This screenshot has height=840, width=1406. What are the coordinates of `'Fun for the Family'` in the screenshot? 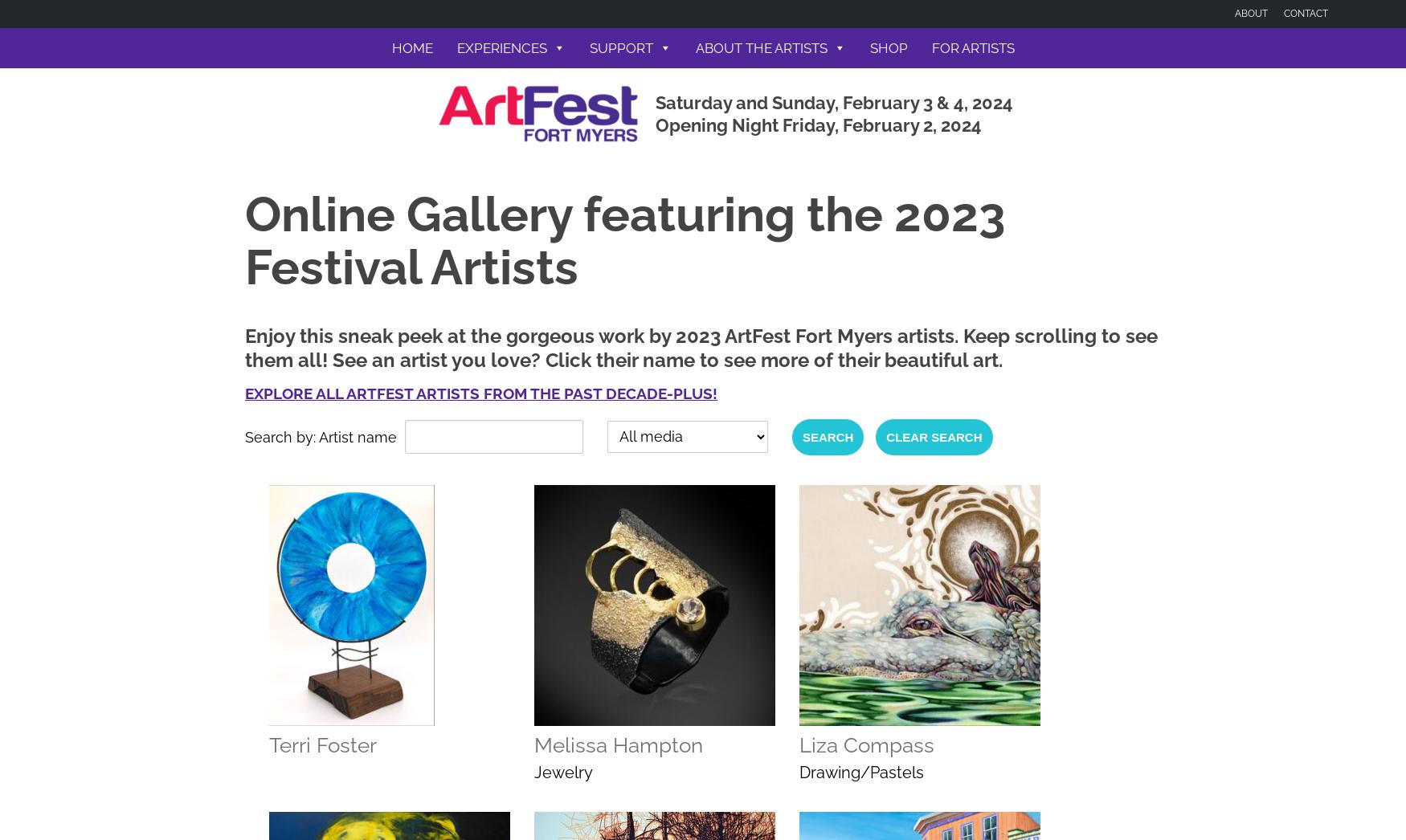 It's located at (509, 173).